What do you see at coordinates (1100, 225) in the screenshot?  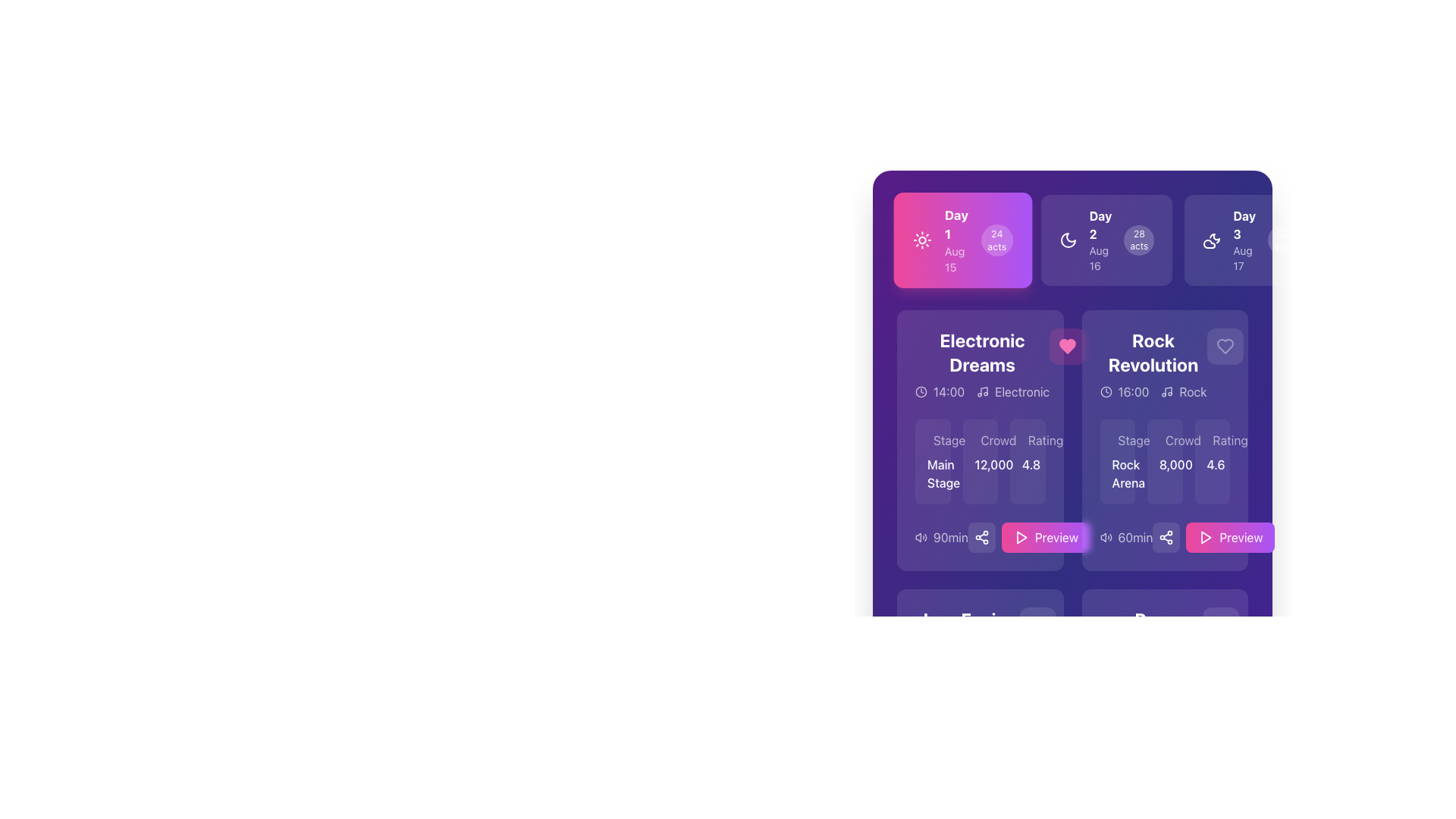 I see `text content of the Text Label indicating 'Day 2', which is part of the top horizontal navigation bar in the second slot from the left` at bounding box center [1100, 225].